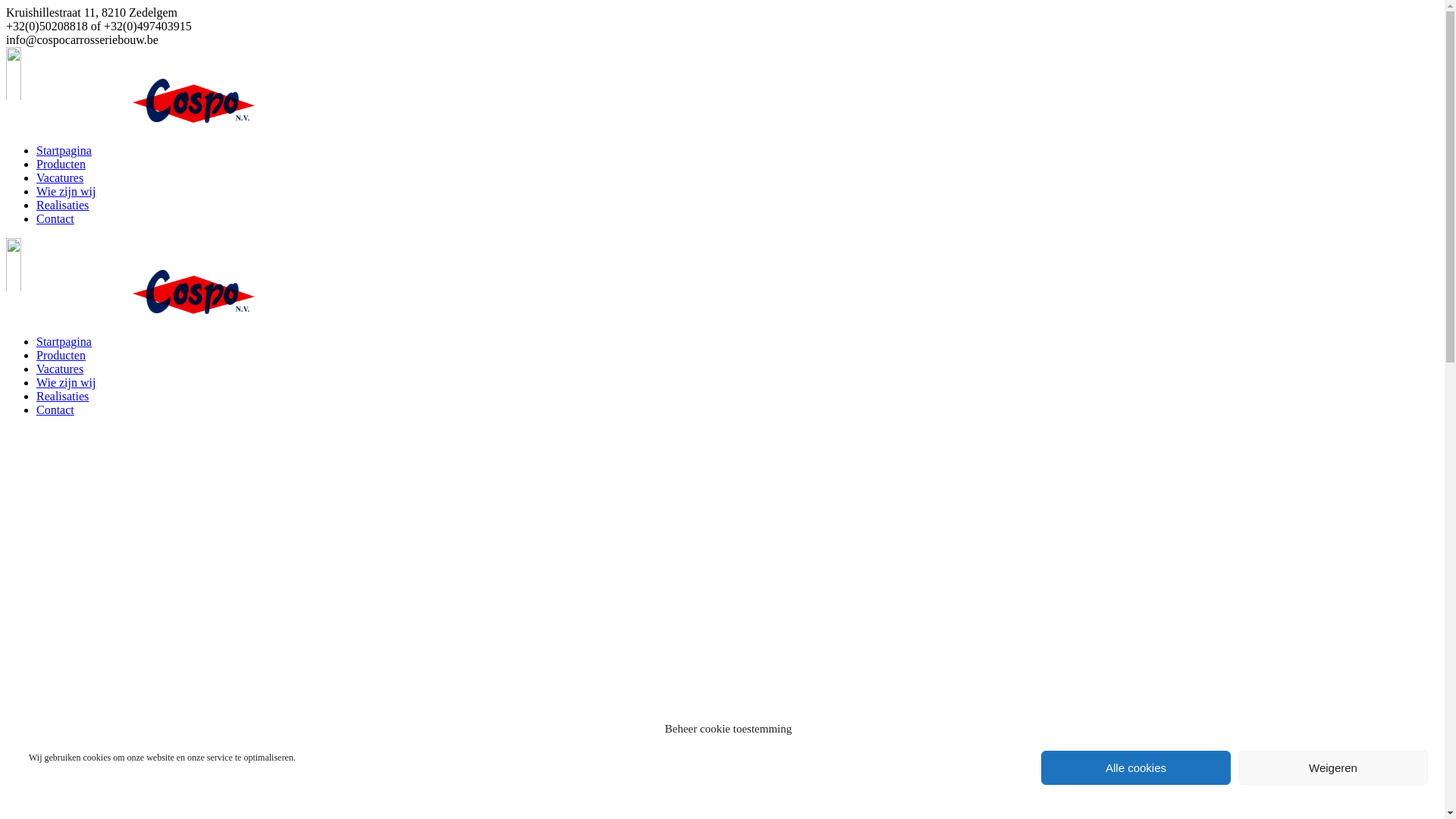  I want to click on 'Startpagina', so click(36, 341).